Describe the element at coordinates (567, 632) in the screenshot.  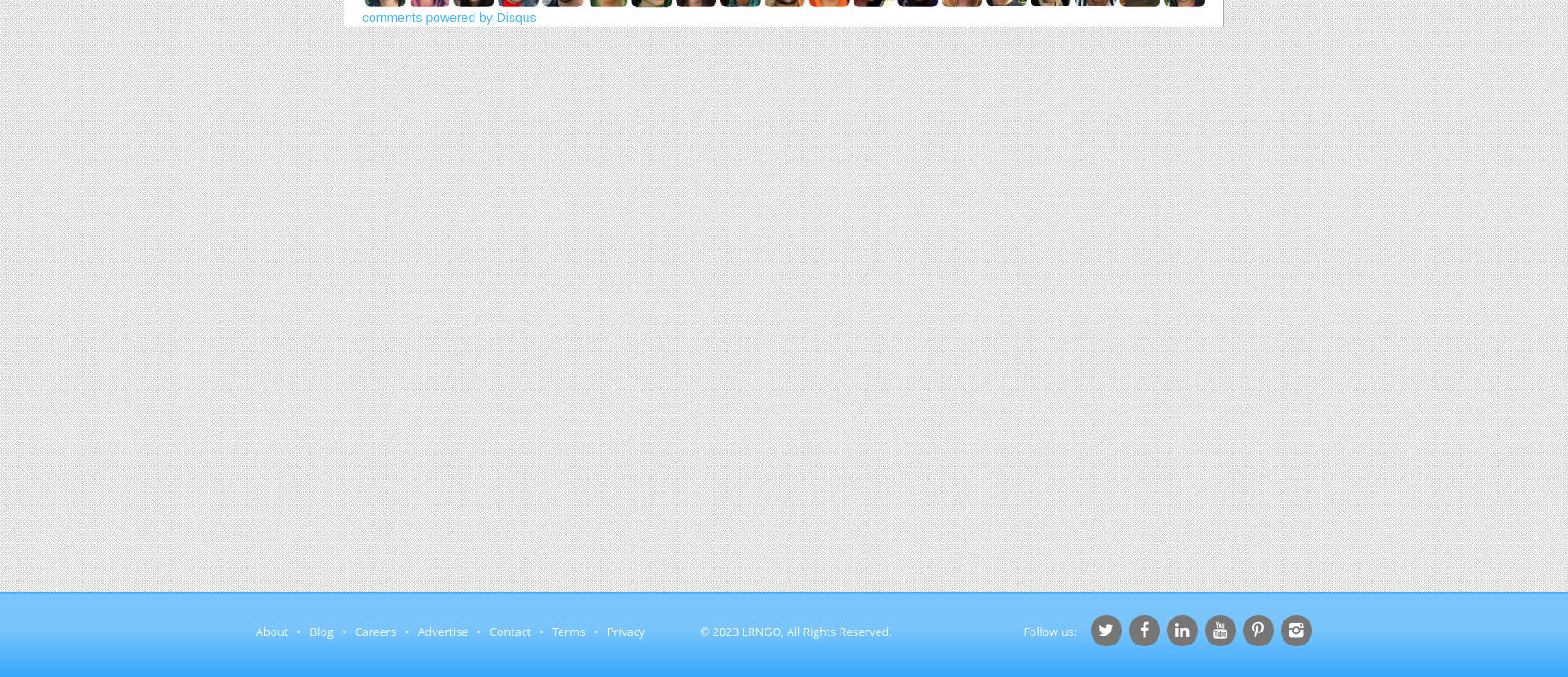
I see `'Terms'` at that location.